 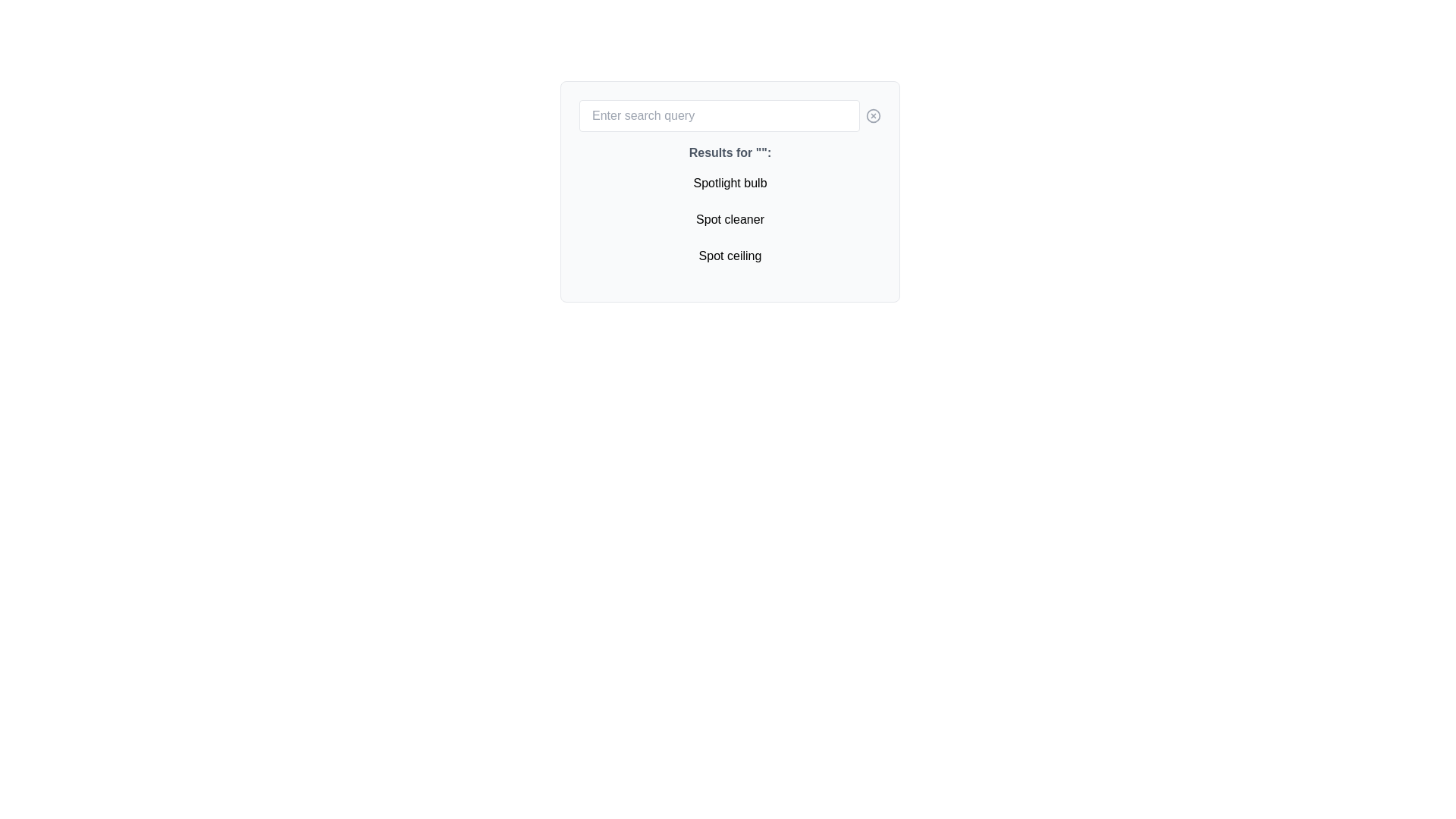 What do you see at coordinates (757, 219) in the screenshot?
I see `the textual component displaying the letter 'e' in the word 'cleaner' of the text 'Spot cleaner'` at bounding box center [757, 219].